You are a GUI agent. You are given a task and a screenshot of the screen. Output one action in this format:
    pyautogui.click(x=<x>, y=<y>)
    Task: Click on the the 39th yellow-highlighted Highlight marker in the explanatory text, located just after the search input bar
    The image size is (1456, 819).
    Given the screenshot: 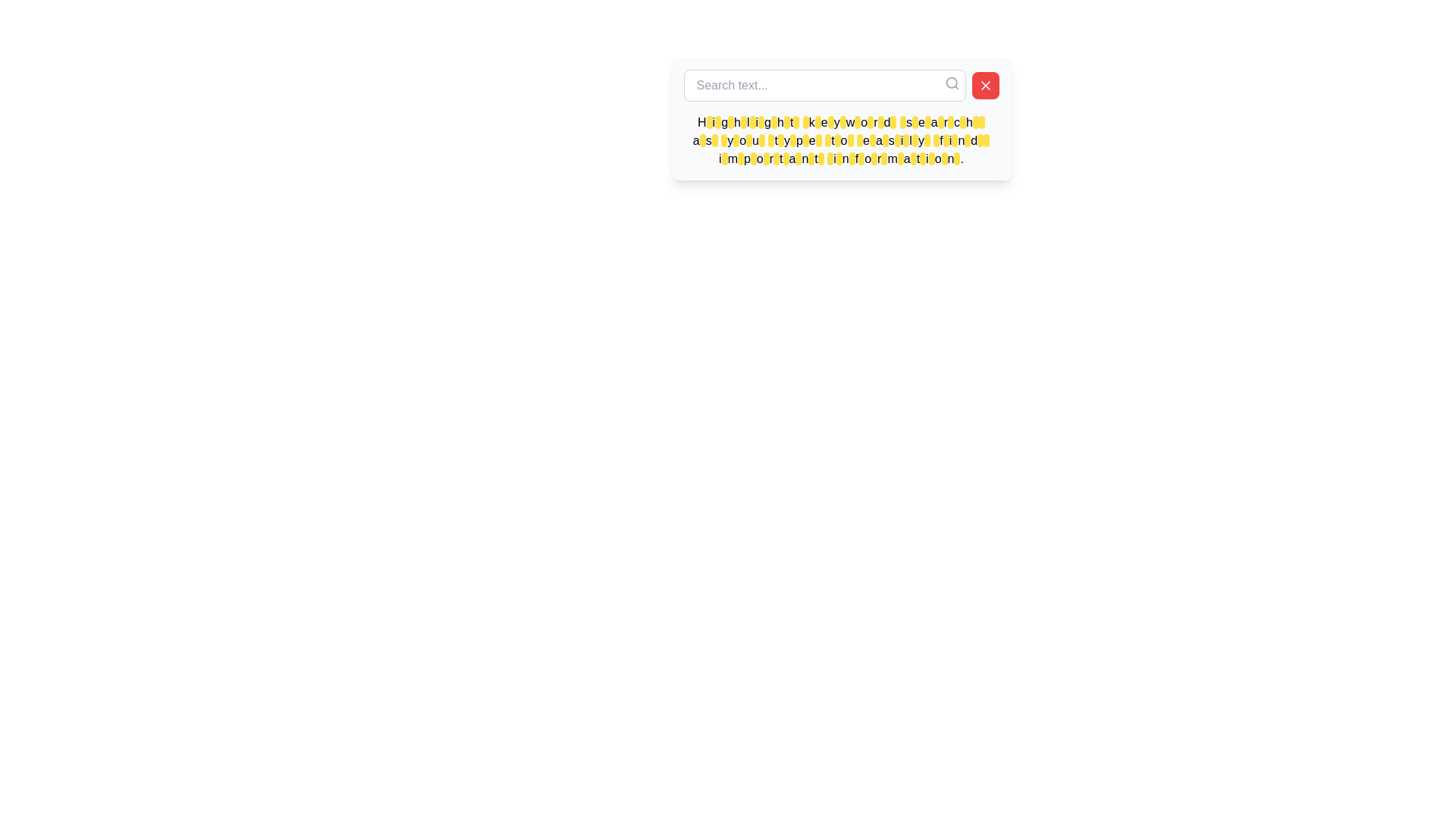 What is the action you would take?
    pyautogui.click(x=943, y=158)
    